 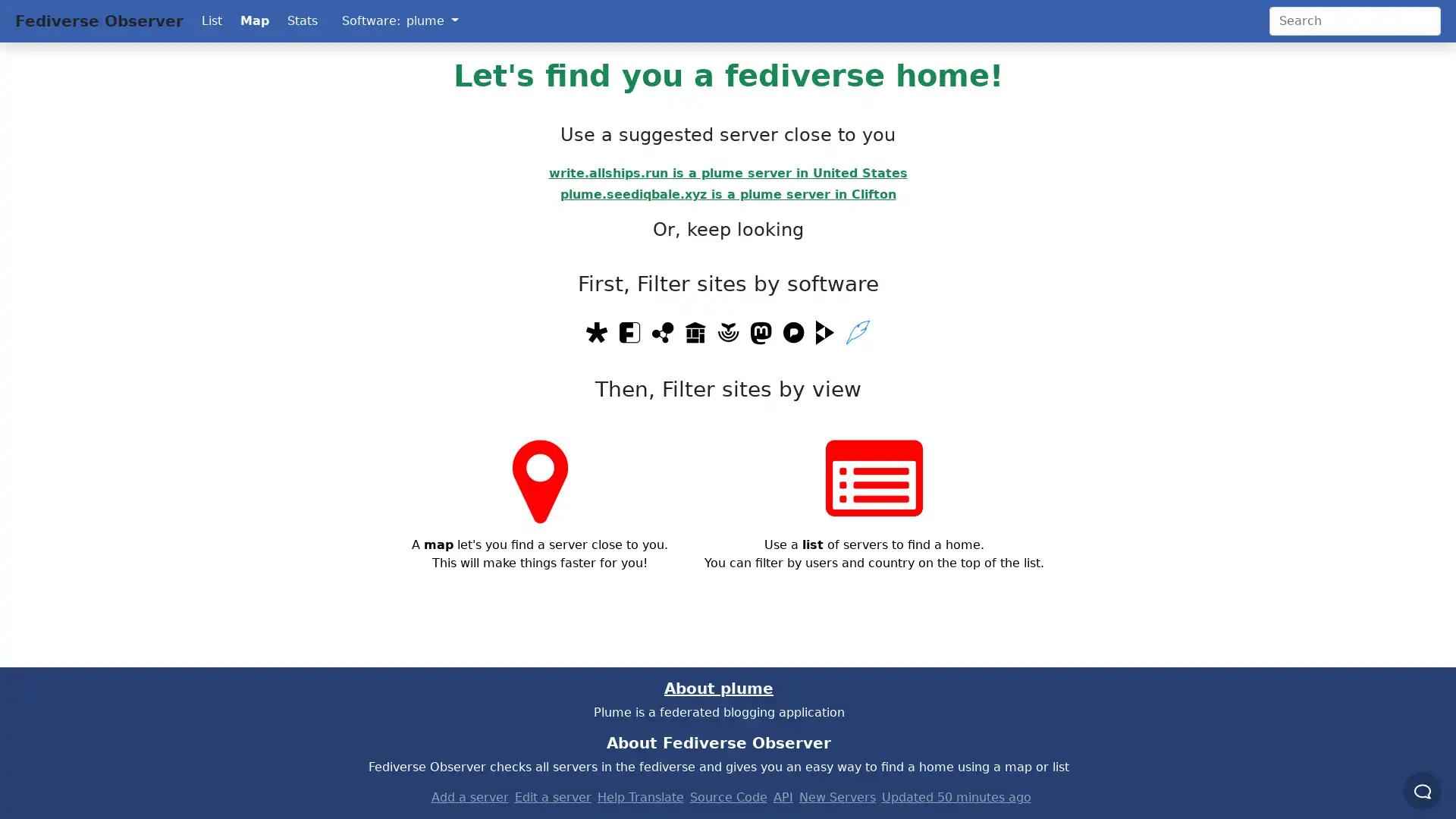 What do you see at coordinates (431, 20) in the screenshot?
I see `plume` at bounding box center [431, 20].